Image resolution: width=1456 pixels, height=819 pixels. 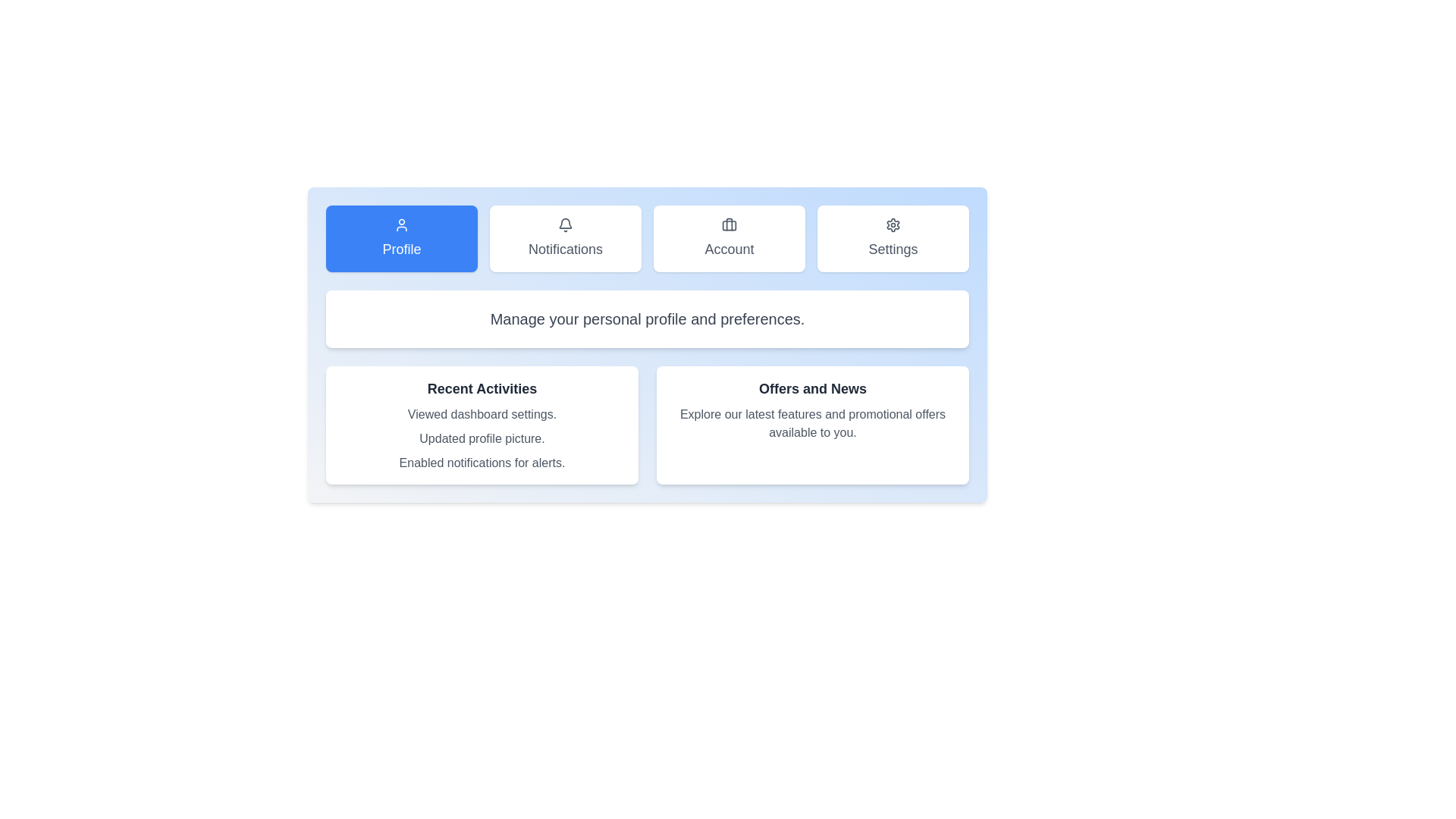 I want to click on the text block styled with a gray font color reading 'Explore our latest features and promotional offers available to you.' located below the 'Offers and News' section for potential additional interactions, so click(x=811, y=424).